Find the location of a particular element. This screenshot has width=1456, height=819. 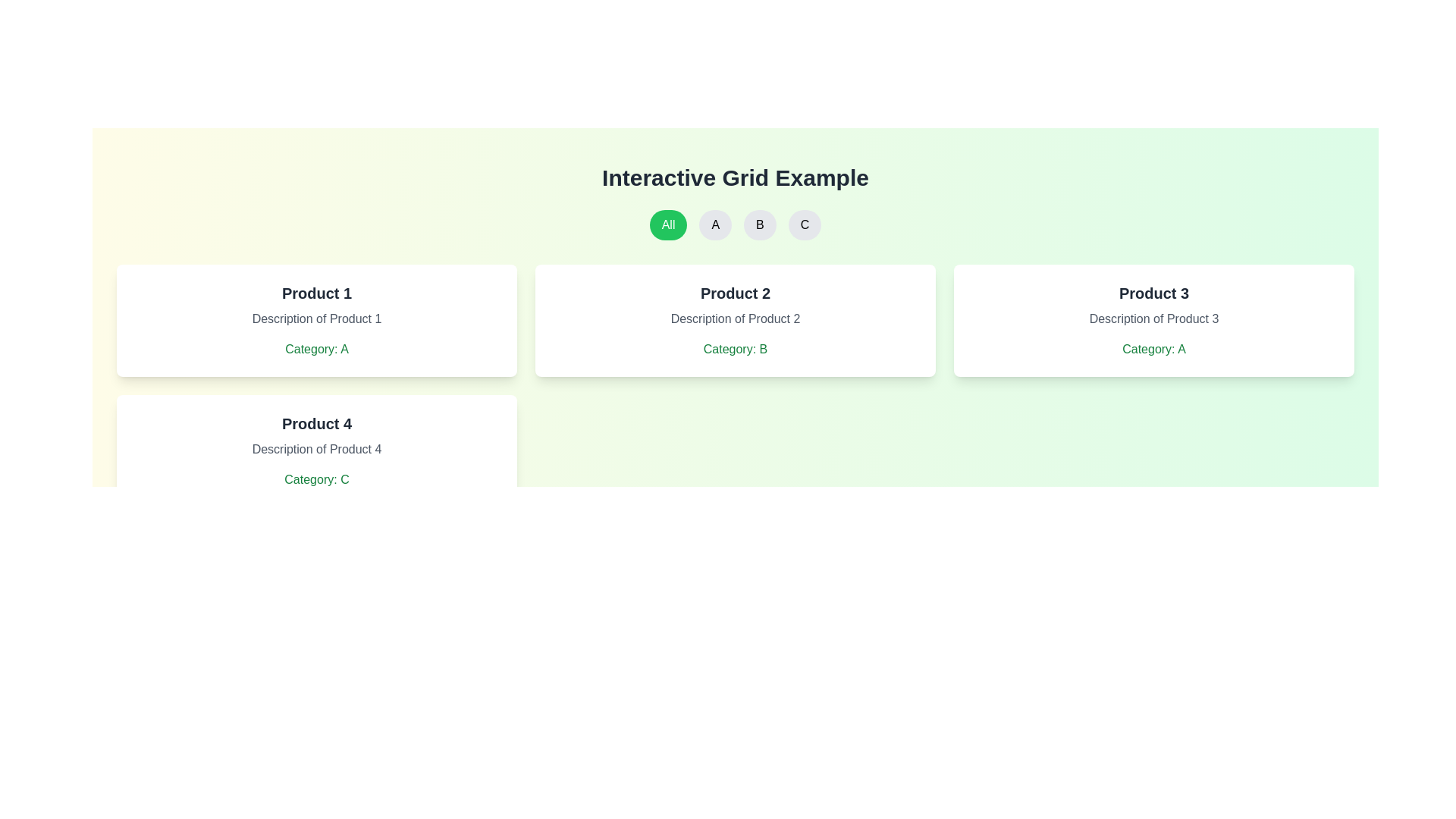

the category filter button for category 'A', which is the second button in a series of four, located between the 'All' button and the 'B' button, directly beneath the heading 'Interactive Grid Example' is located at coordinates (714, 225).